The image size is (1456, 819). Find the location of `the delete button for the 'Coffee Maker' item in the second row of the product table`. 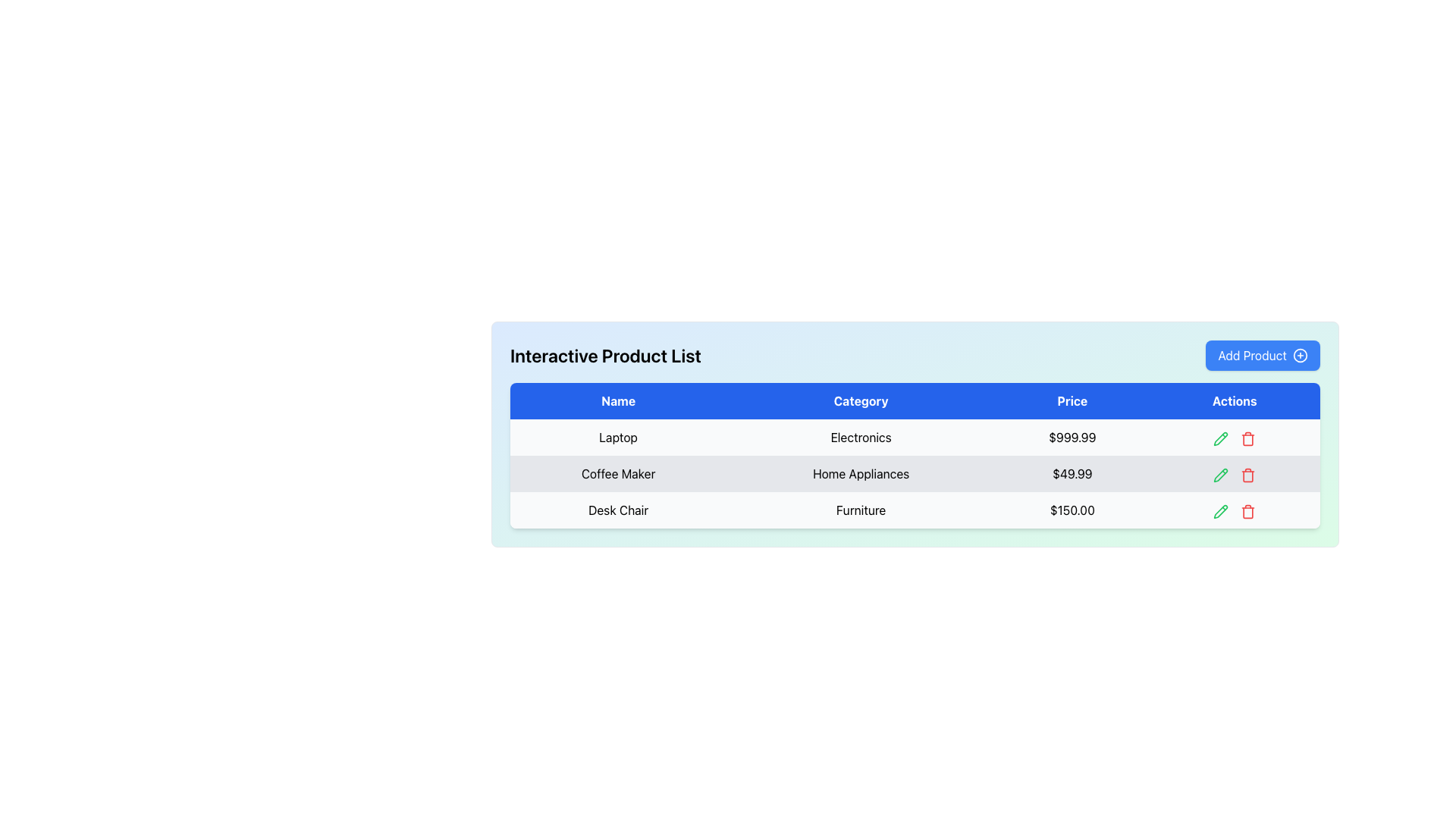

the delete button for the 'Coffee Maker' item in the second row of the product table is located at coordinates (1248, 472).